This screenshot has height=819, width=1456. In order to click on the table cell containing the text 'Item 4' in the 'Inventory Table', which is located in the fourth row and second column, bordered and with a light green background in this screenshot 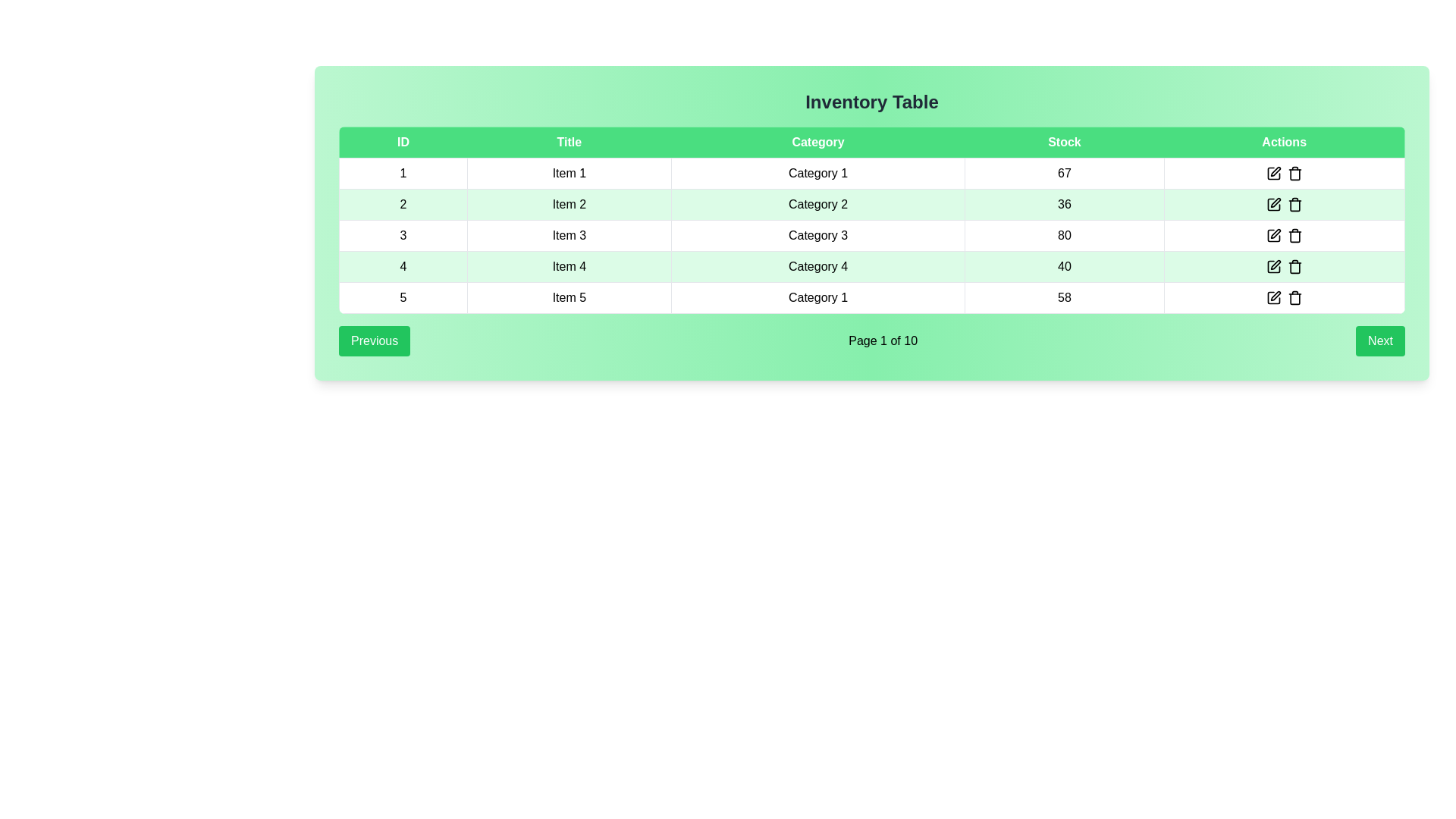, I will do `click(568, 265)`.